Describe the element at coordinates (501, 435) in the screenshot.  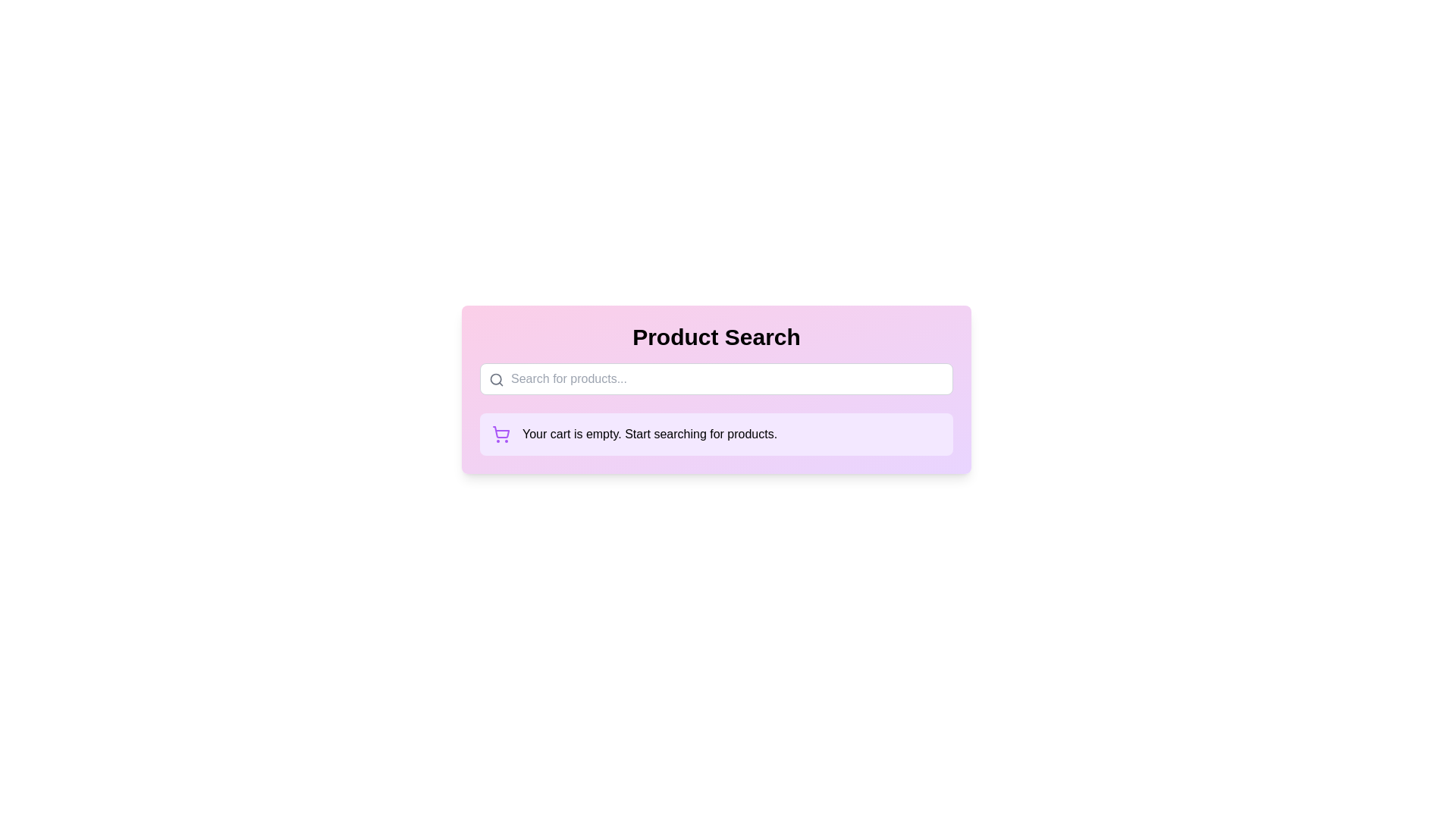
I see `the purple shopping cart icon located to the left of the text 'Your cart is empty. Start searching for products.'` at that location.